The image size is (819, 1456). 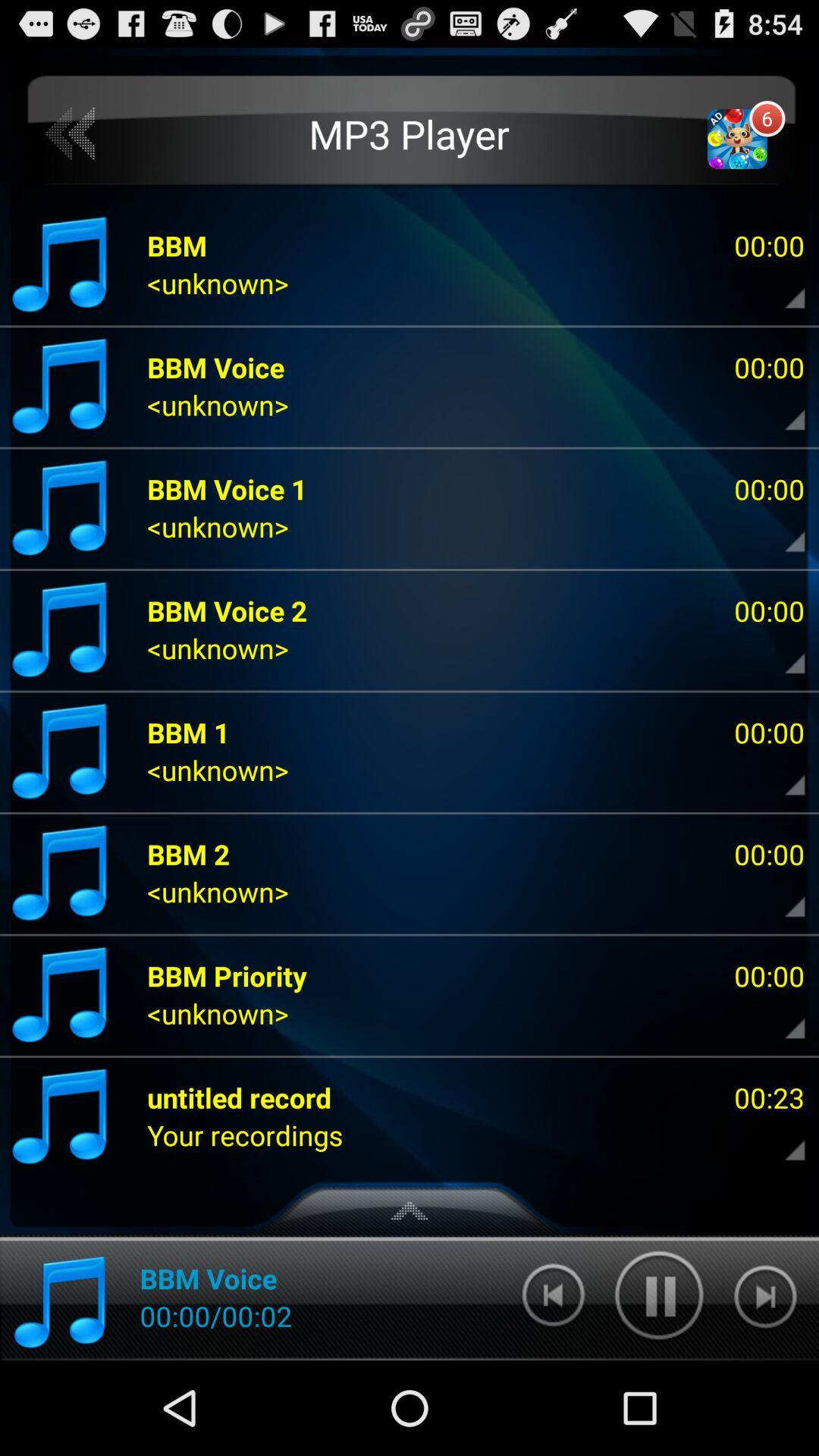 What do you see at coordinates (782, 531) in the screenshot?
I see `pick the song` at bounding box center [782, 531].